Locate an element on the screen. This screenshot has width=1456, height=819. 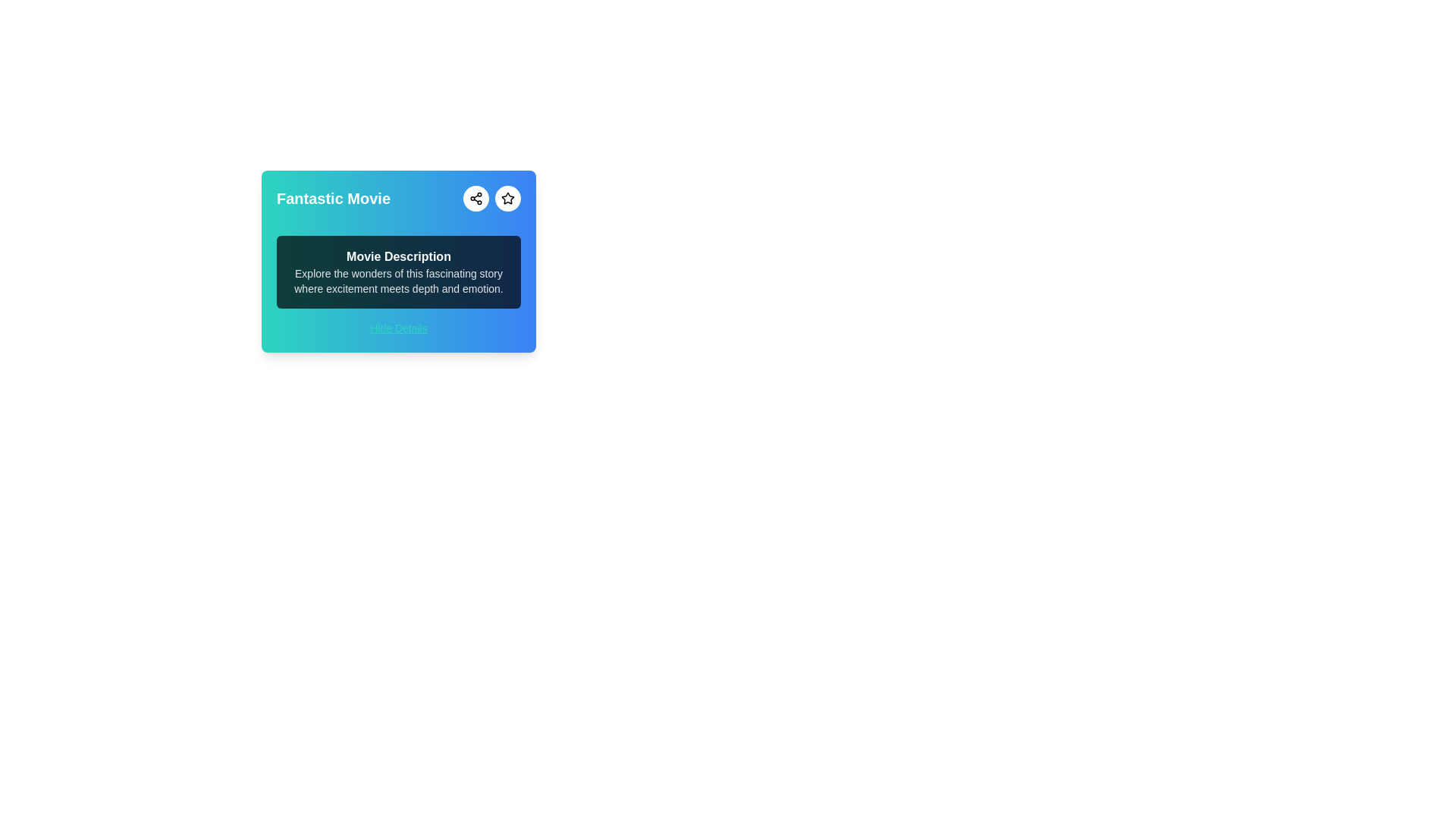
title text element located on the left side of the panel, above the description box, which represents a movie or media title is located at coordinates (333, 198).